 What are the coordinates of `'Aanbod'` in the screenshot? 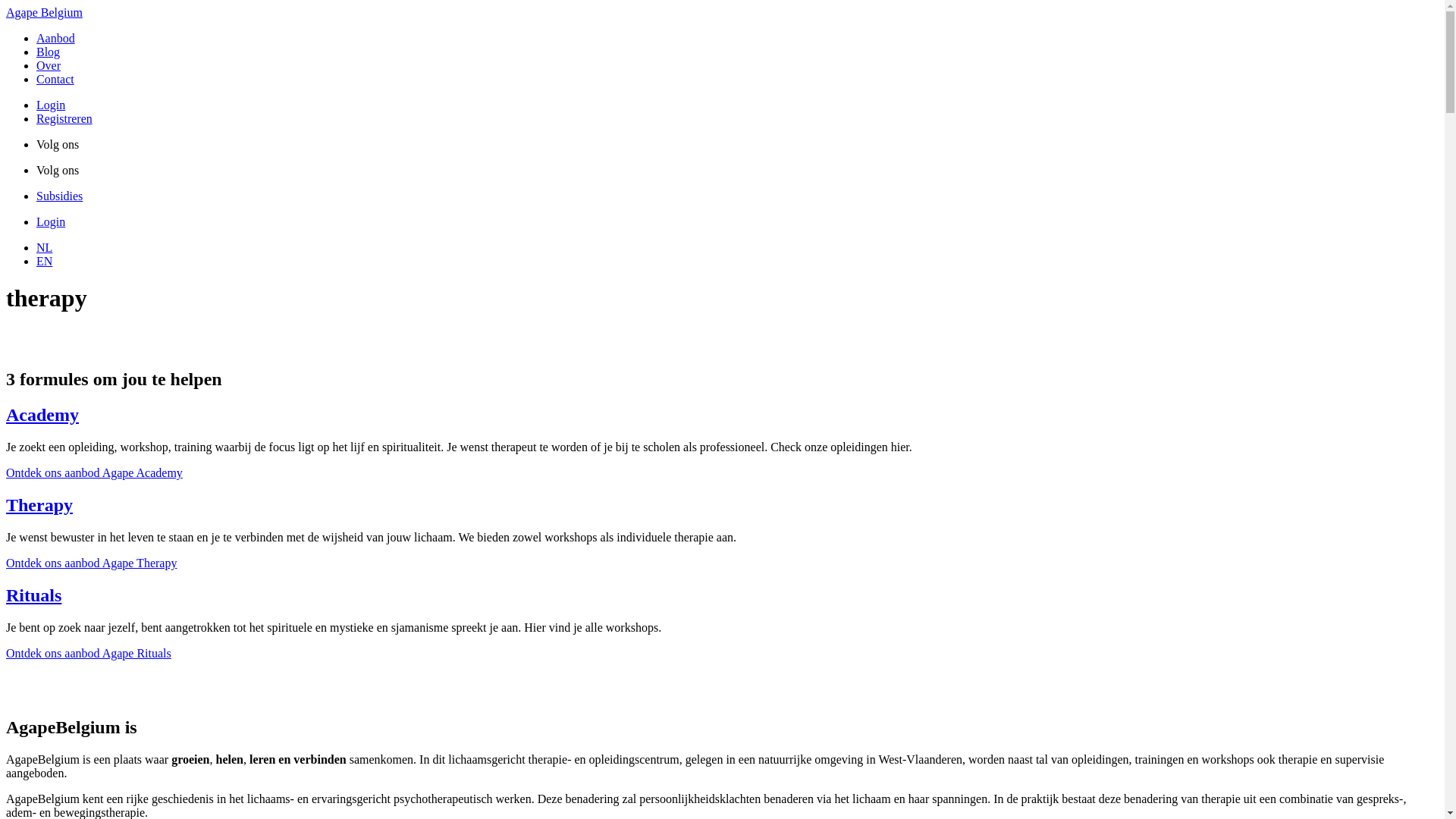 It's located at (55, 37).